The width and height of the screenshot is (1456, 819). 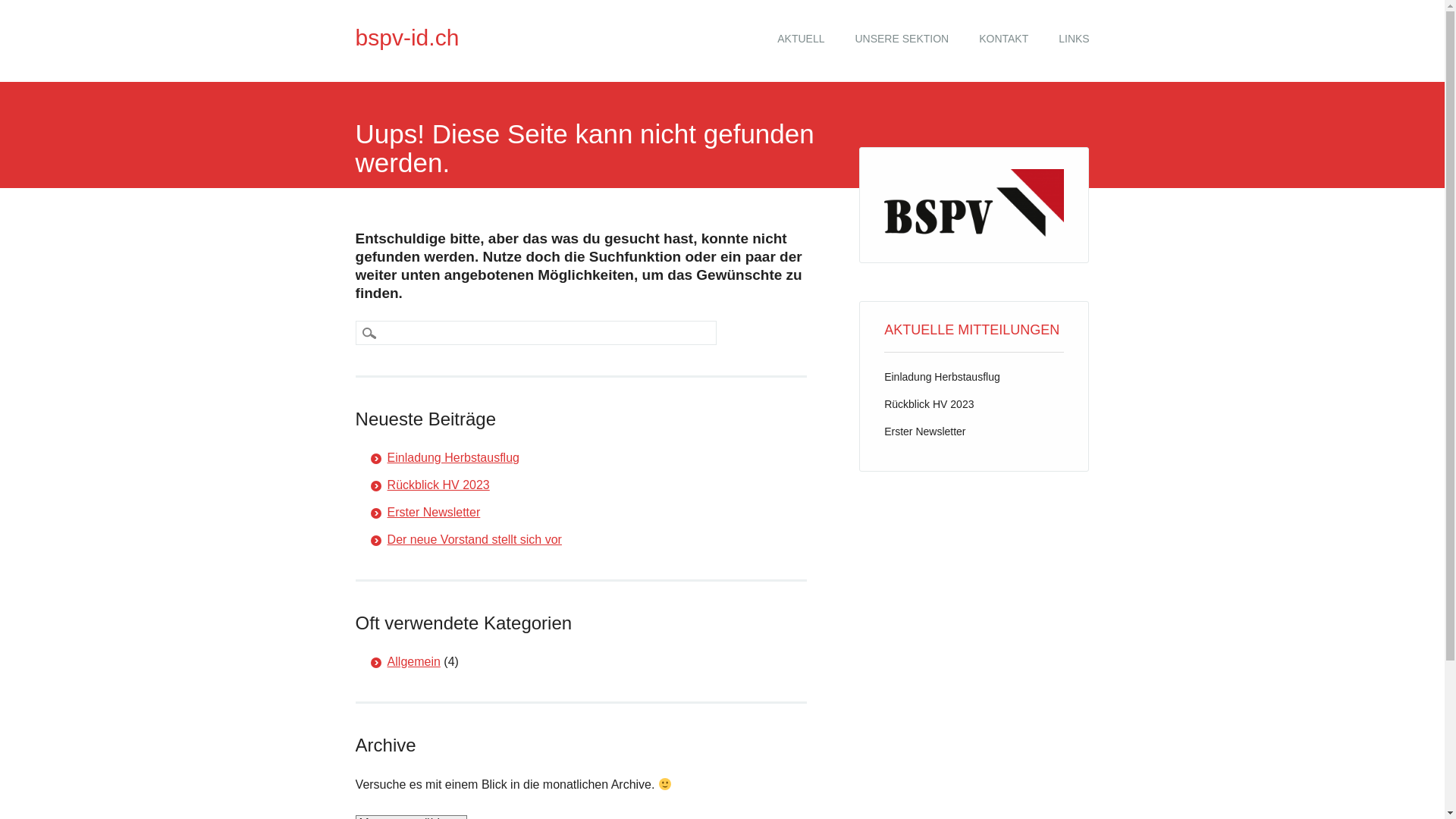 What do you see at coordinates (963, 37) in the screenshot?
I see `'KONTAKT'` at bounding box center [963, 37].